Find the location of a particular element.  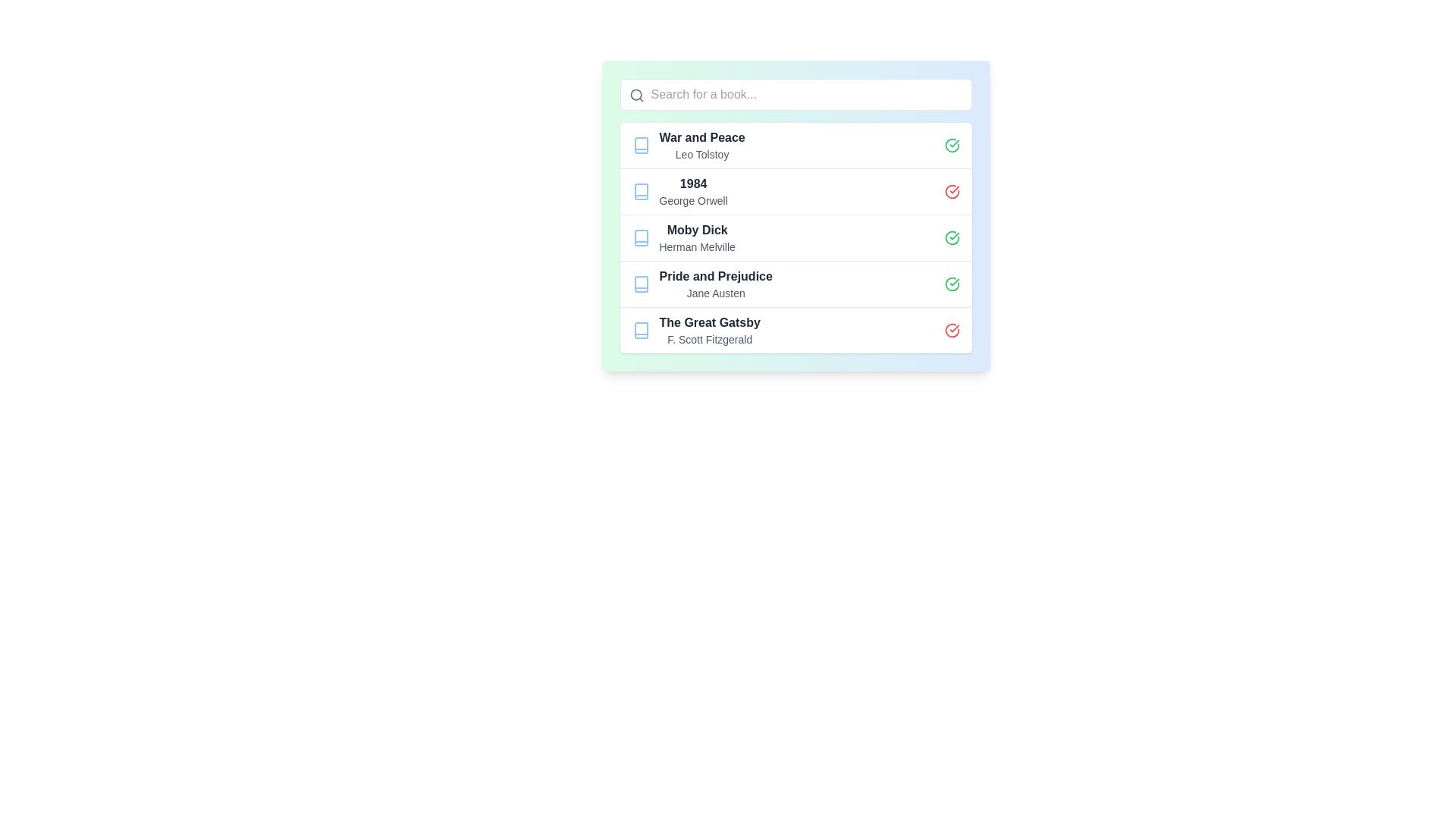

the light blue book icon located to the left of the 'War and Peace' text in the first item of the vertical list is located at coordinates (641, 146).